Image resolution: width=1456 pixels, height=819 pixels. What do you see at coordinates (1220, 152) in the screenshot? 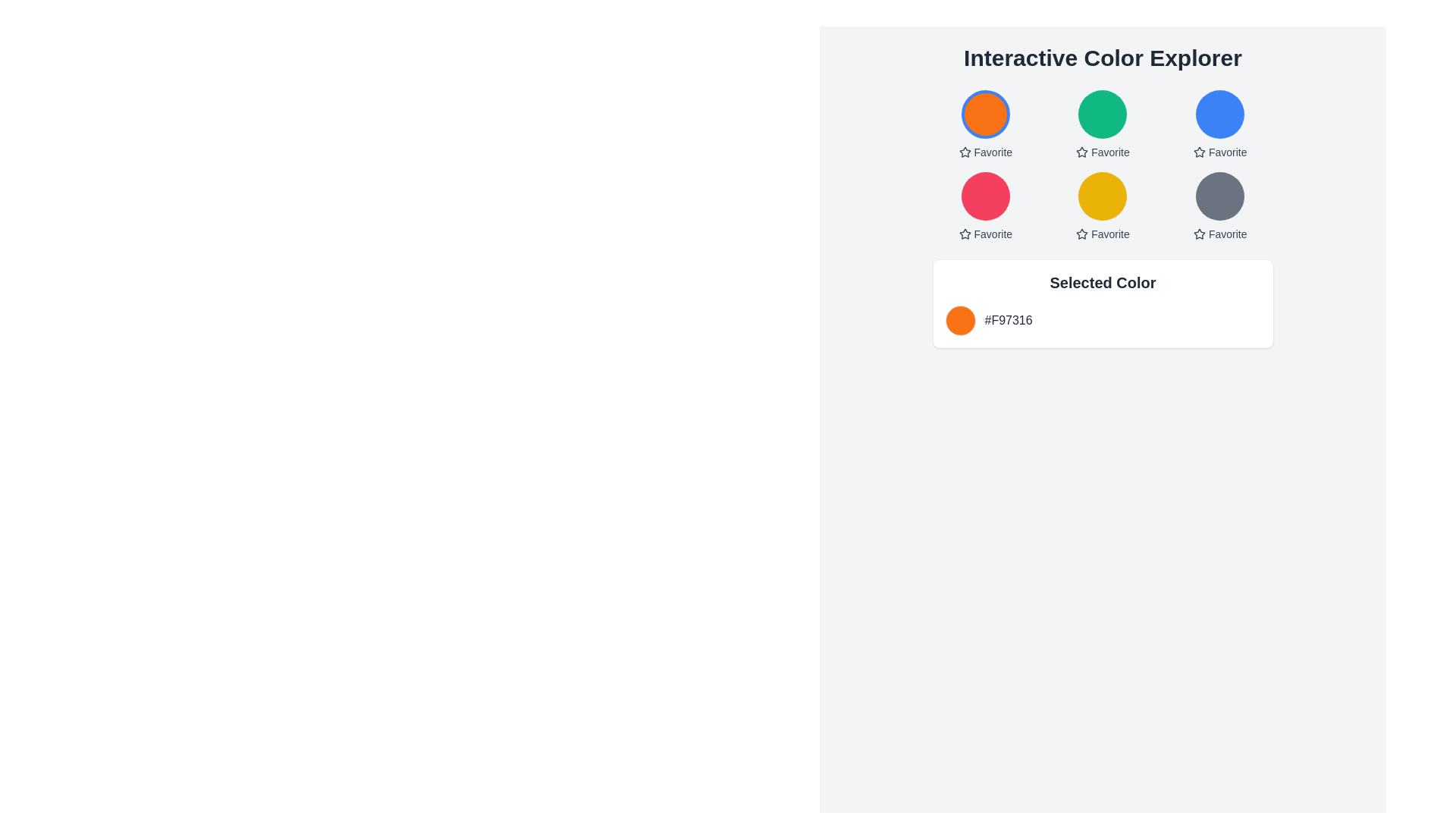
I see `the star icon of the 'Favorite' Interactive Label located in the right column below the blue circle item to mark as a favorite` at bounding box center [1220, 152].